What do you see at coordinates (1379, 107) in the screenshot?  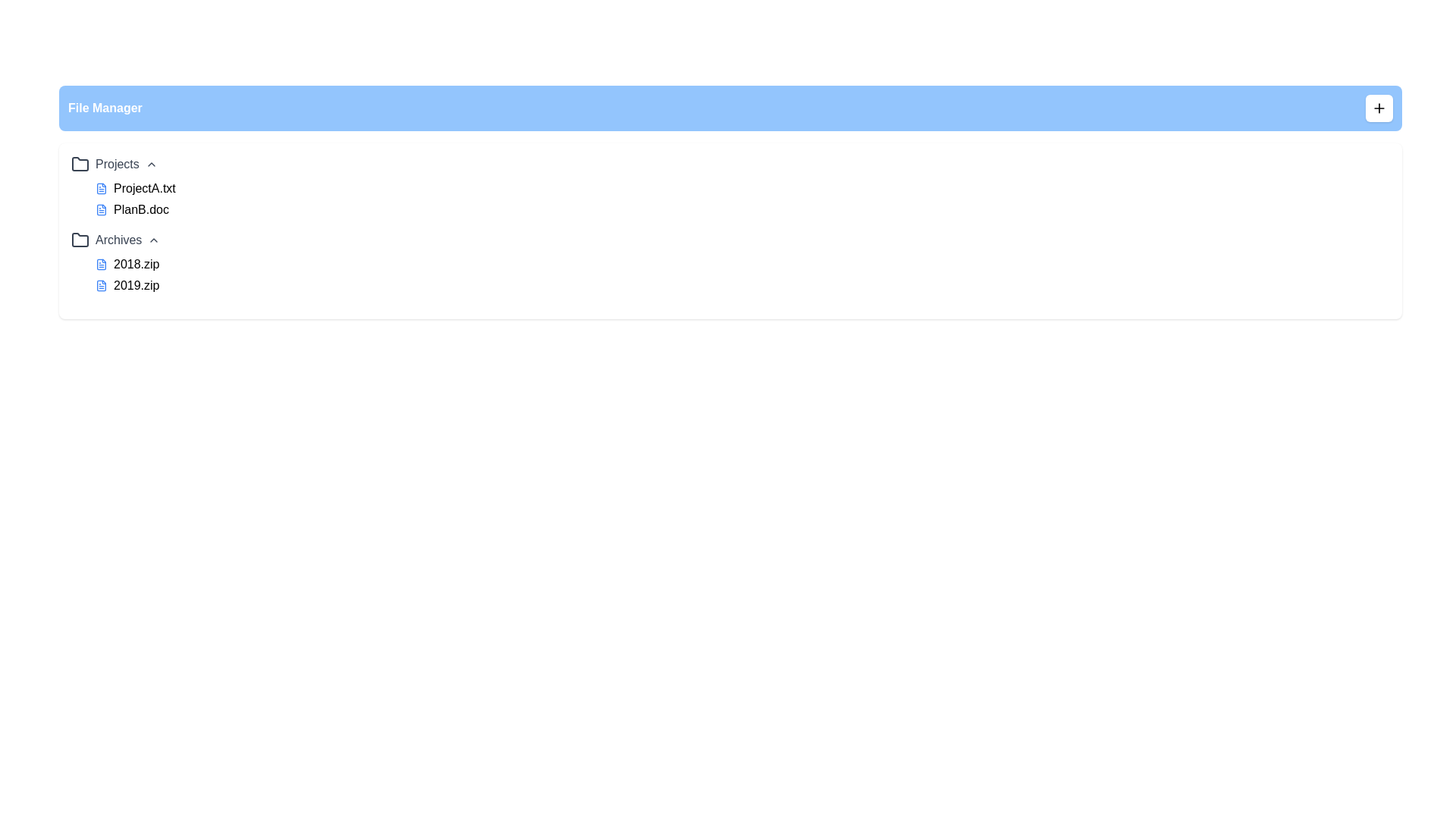 I see `the button located at the far right end of the blue banner labeled 'File Manager'` at bounding box center [1379, 107].